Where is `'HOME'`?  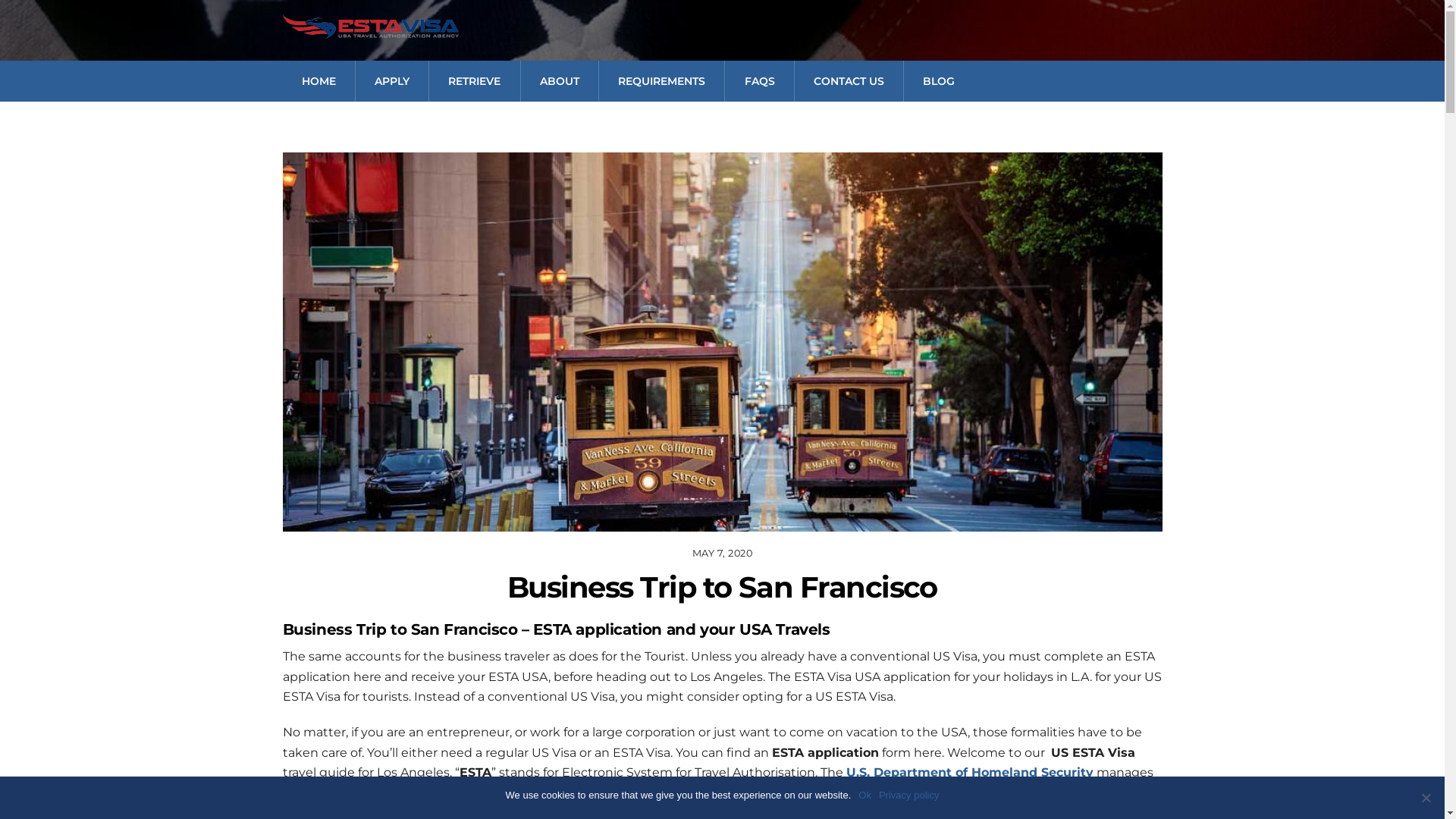 'HOME' is located at coordinates (282, 81).